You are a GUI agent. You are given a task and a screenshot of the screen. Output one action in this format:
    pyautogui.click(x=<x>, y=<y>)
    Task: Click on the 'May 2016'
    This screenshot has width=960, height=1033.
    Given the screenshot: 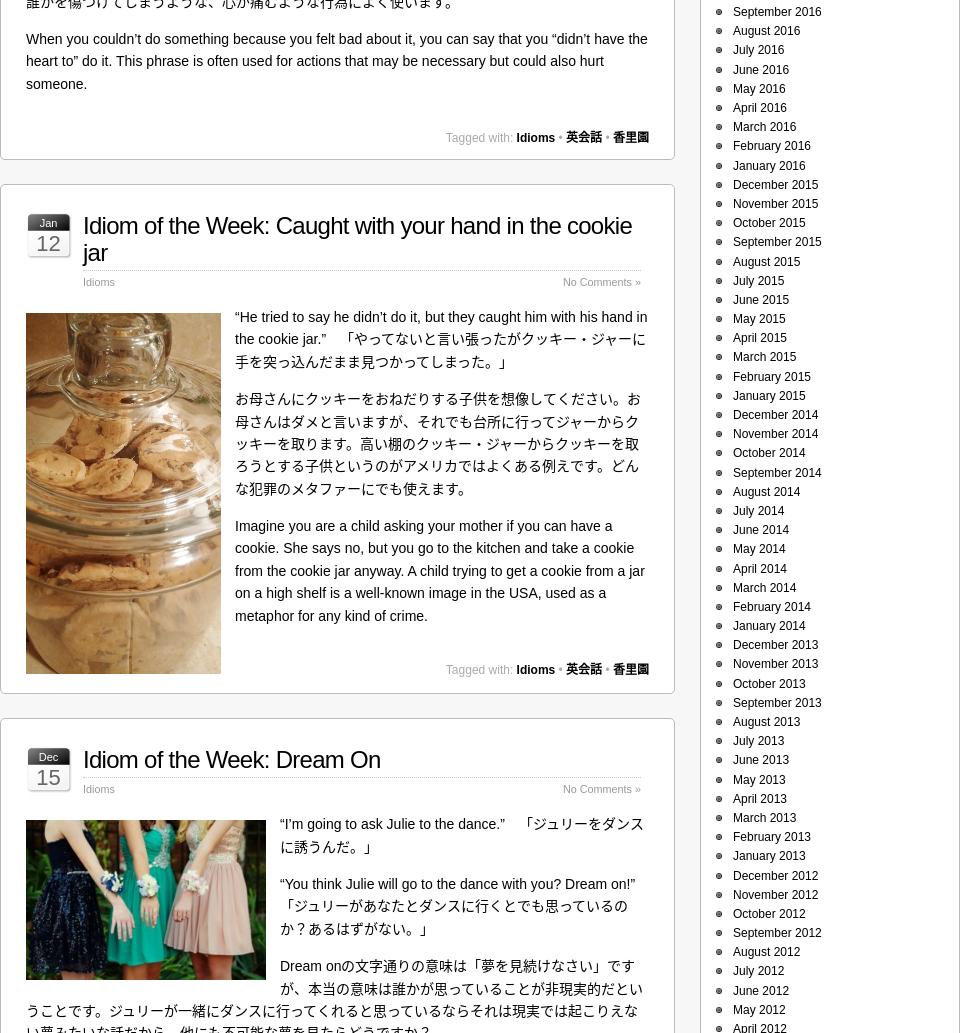 What is the action you would take?
    pyautogui.click(x=757, y=88)
    